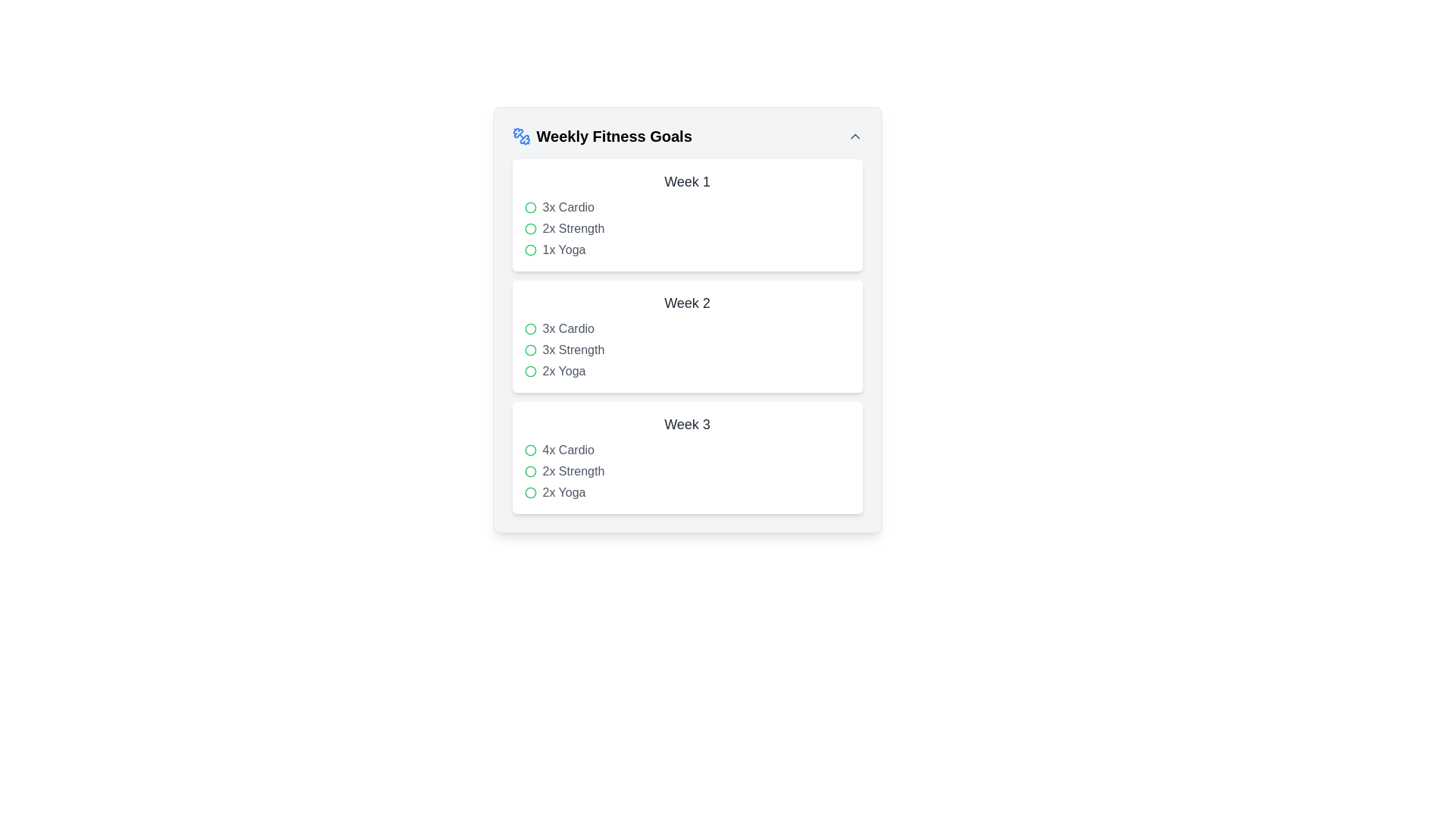 This screenshot has height=819, width=1456. I want to click on the circular icon with a green border and white center, located to the left of '2x Strength' in the 'Week 1' section under 'Weekly Fitness Goals', so click(530, 228).